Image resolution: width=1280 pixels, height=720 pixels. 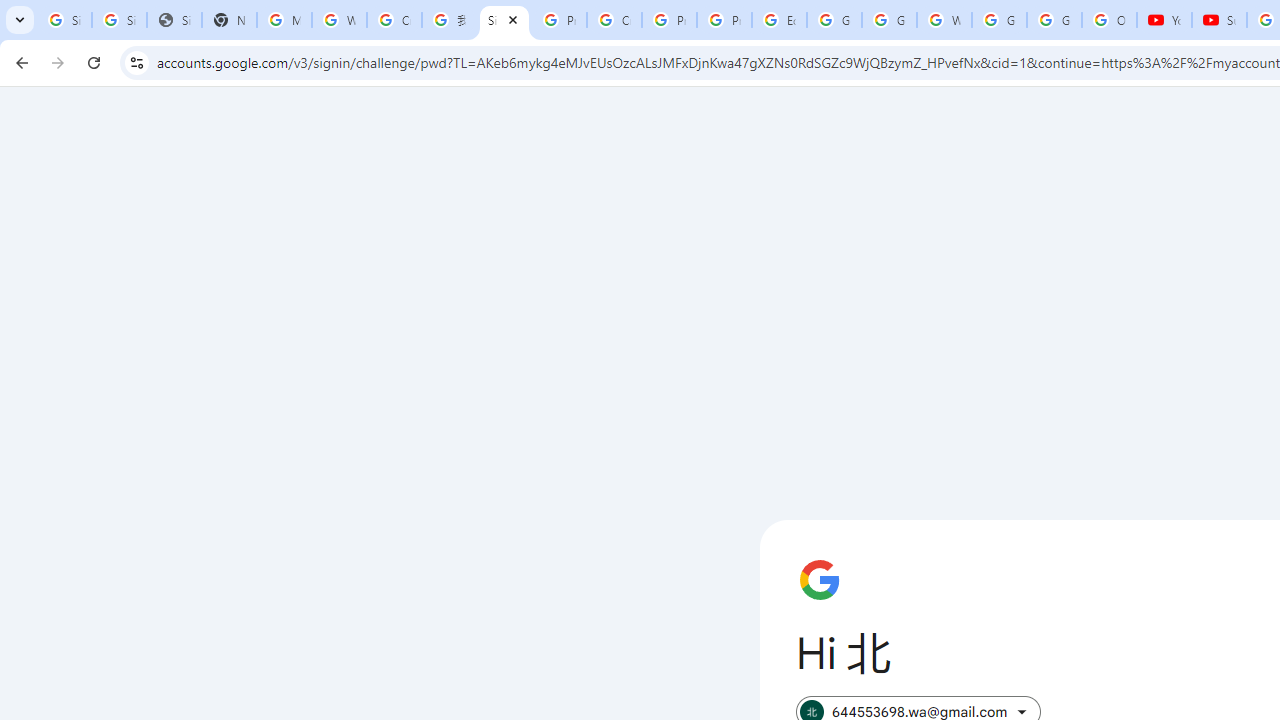 I want to click on 'New Tab', so click(x=229, y=20).